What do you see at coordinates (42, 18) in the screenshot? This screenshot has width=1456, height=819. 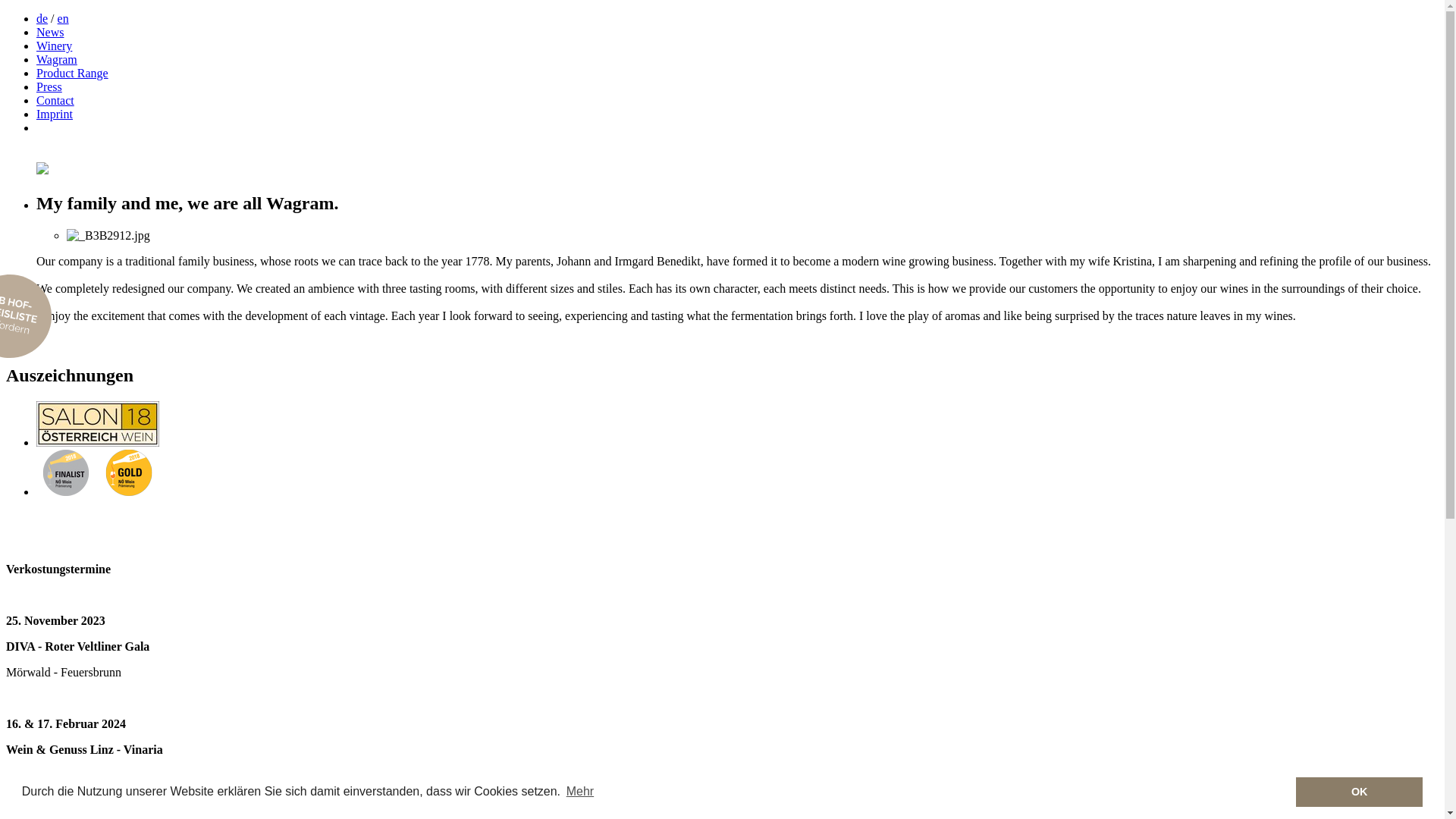 I see `'de'` at bounding box center [42, 18].